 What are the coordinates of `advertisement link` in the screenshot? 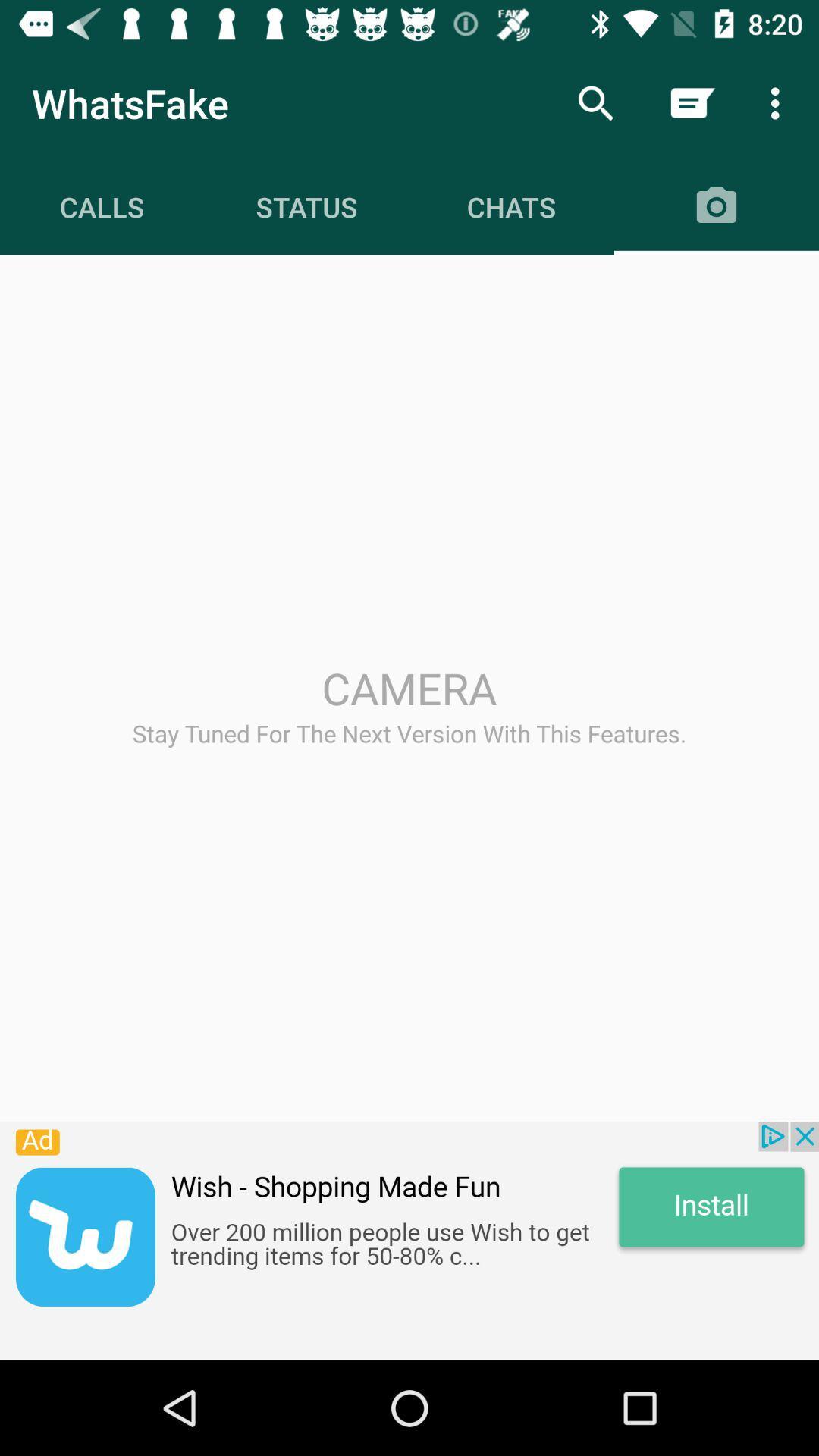 It's located at (409, 1241).